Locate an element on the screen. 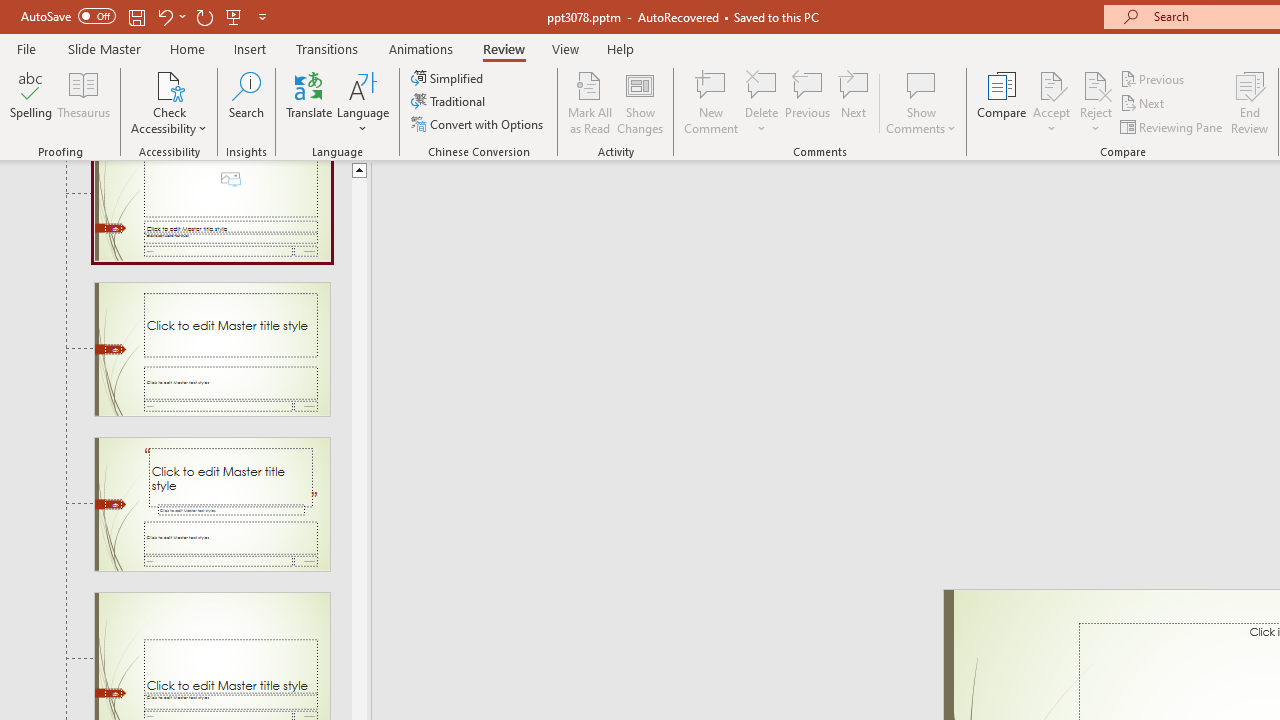 This screenshot has width=1280, height=720. 'Thesaurus...' is located at coordinates (82, 103).